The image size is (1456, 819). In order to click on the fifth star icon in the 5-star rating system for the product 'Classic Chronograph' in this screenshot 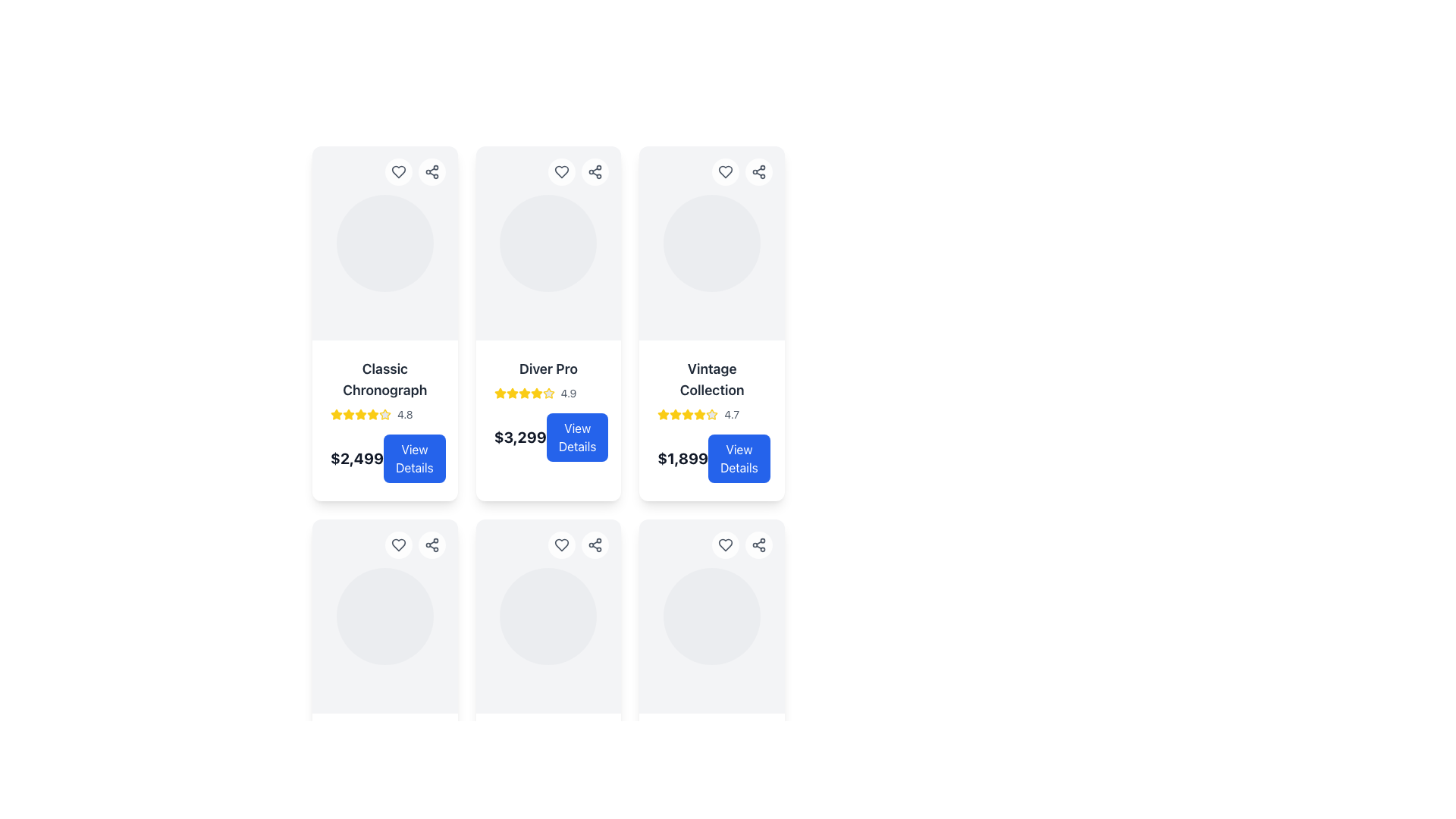, I will do `click(385, 415)`.